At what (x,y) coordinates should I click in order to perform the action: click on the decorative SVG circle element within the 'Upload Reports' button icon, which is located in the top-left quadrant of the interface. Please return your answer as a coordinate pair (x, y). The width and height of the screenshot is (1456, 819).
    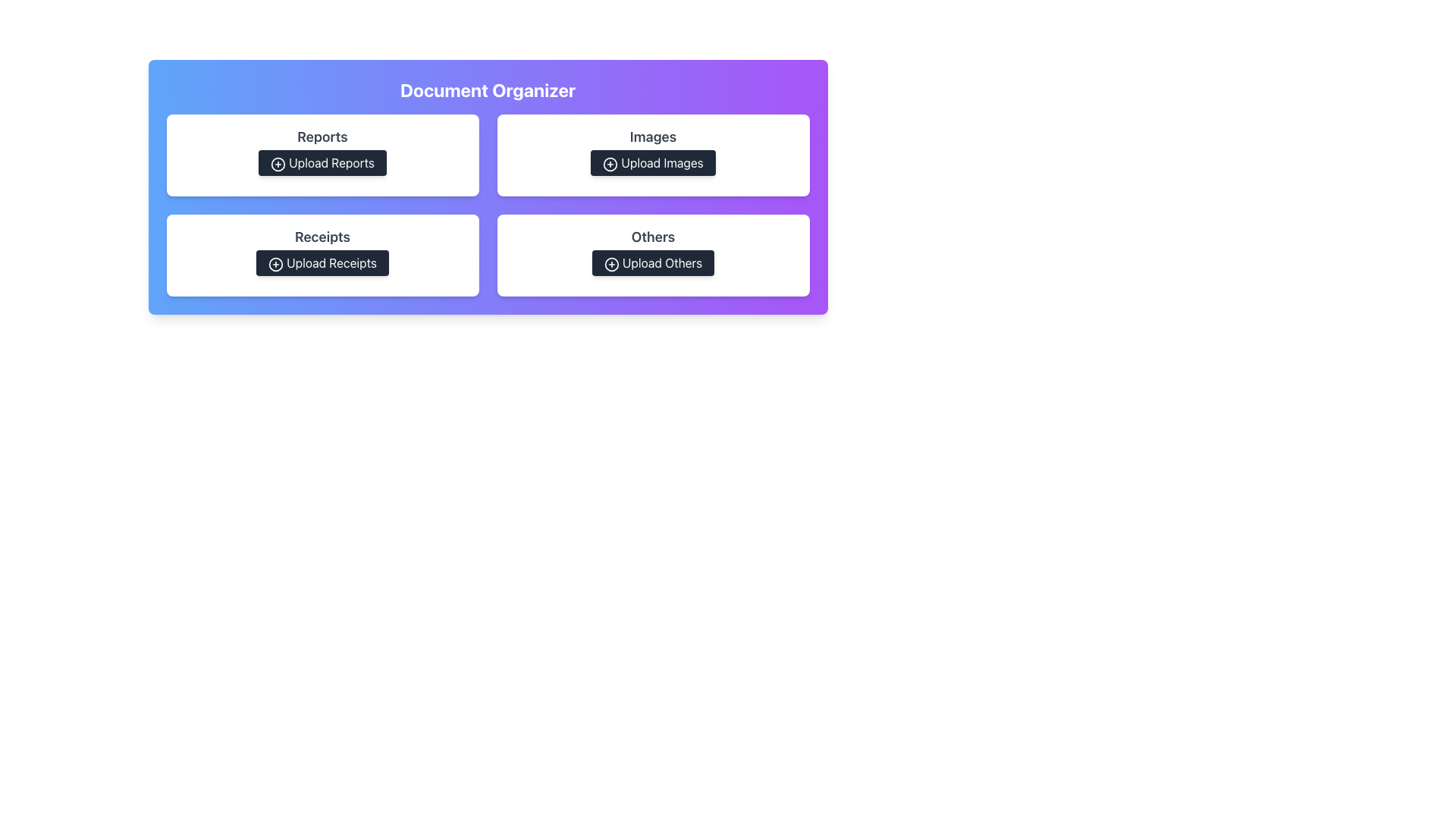
    Looking at the image, I should click on (278, 164).